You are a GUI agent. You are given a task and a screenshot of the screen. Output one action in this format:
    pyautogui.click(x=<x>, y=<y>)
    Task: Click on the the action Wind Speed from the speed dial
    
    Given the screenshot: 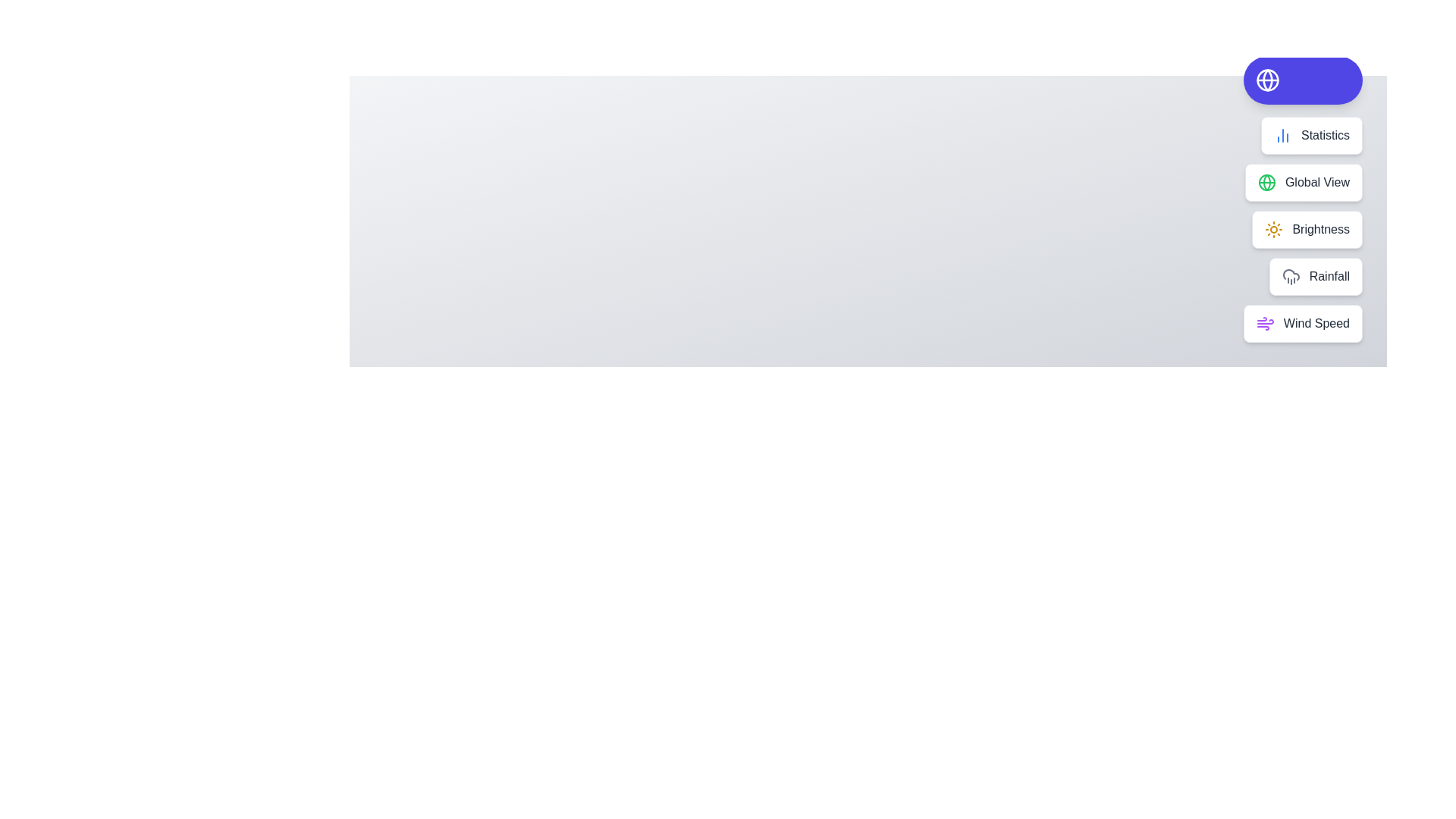 What is the action you would take?
    pyautogui.click(x=1302, y=323)
    